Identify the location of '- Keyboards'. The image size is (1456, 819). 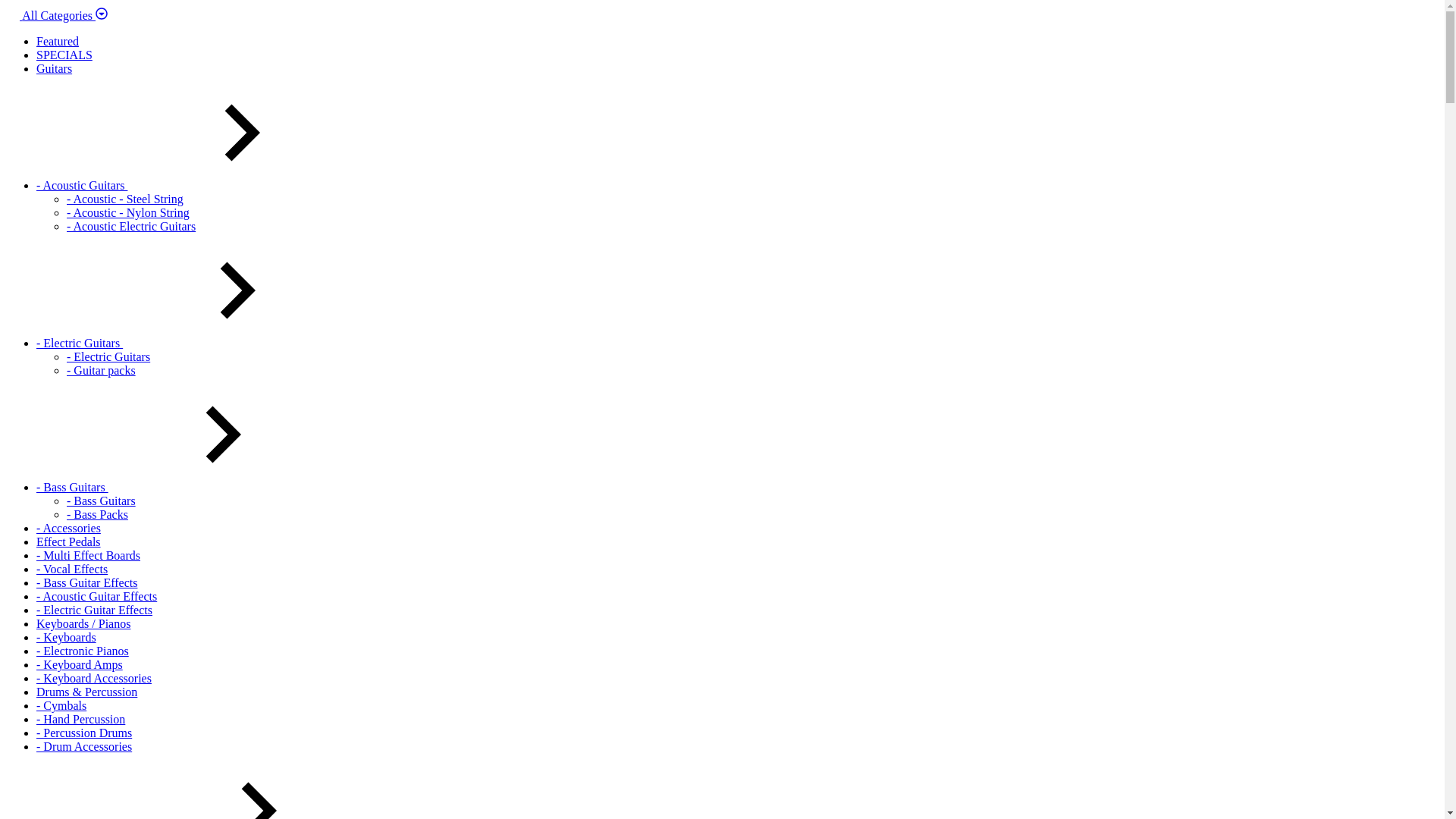
(65, 637).